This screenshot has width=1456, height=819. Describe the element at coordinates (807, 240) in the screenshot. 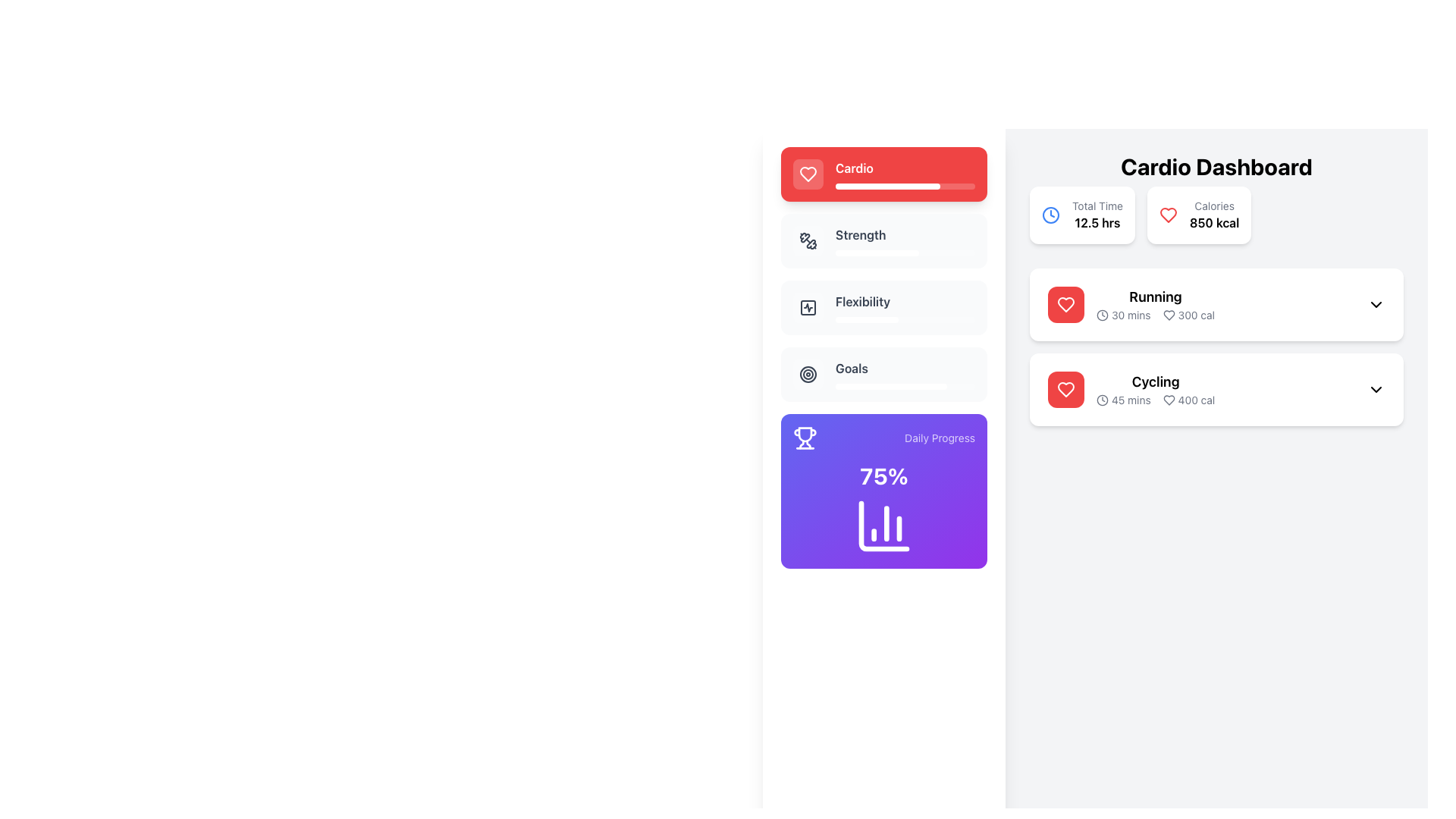

I see `the dumbbell icon located in the left-hand vertical navigation panel below the 'Cardio' header` at that location.